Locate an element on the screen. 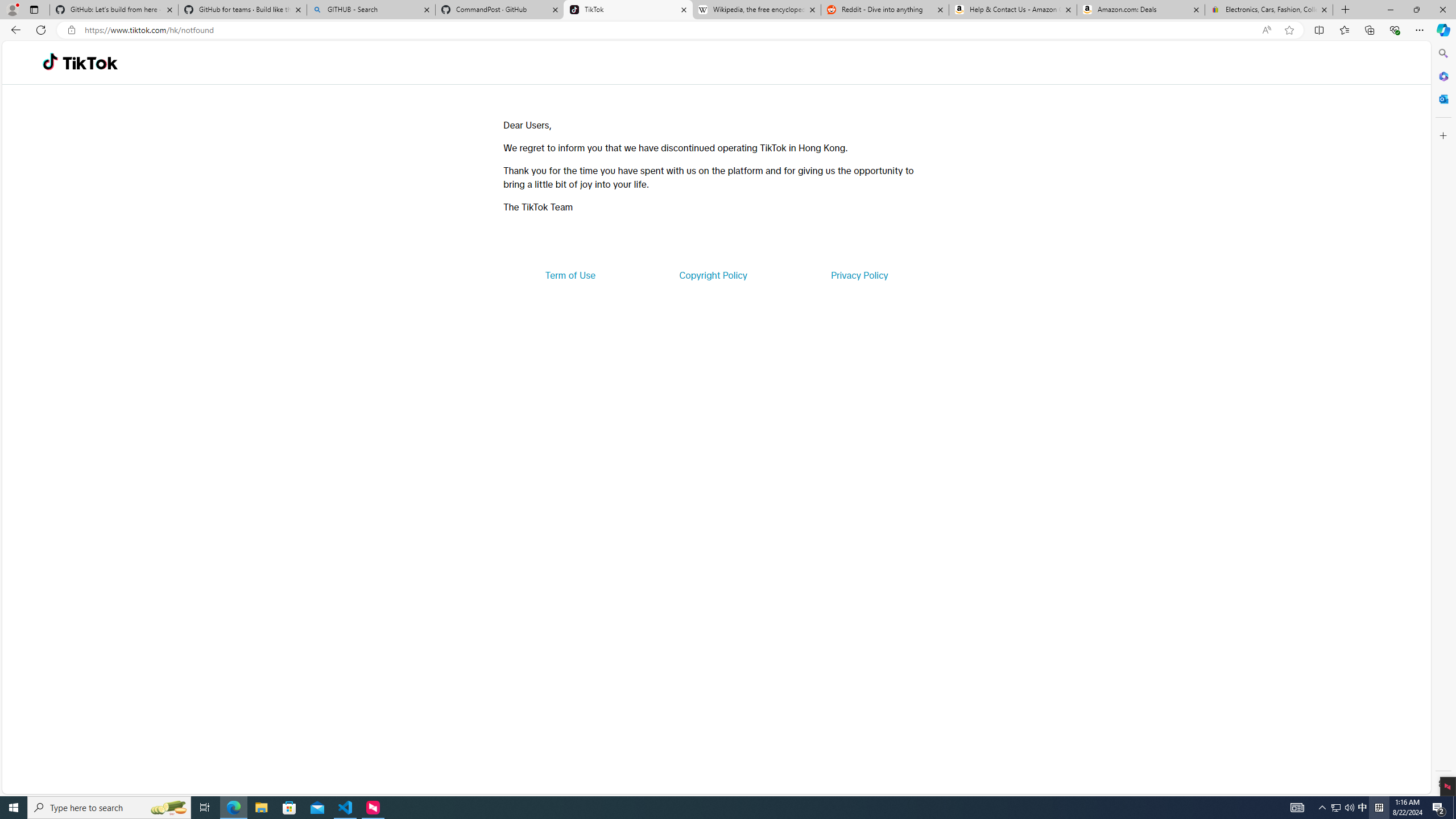 The width and height of the screenshot is (1456, 819). 'Wikipedia, the free encyclopedia' is located at coordinates (755, 9).